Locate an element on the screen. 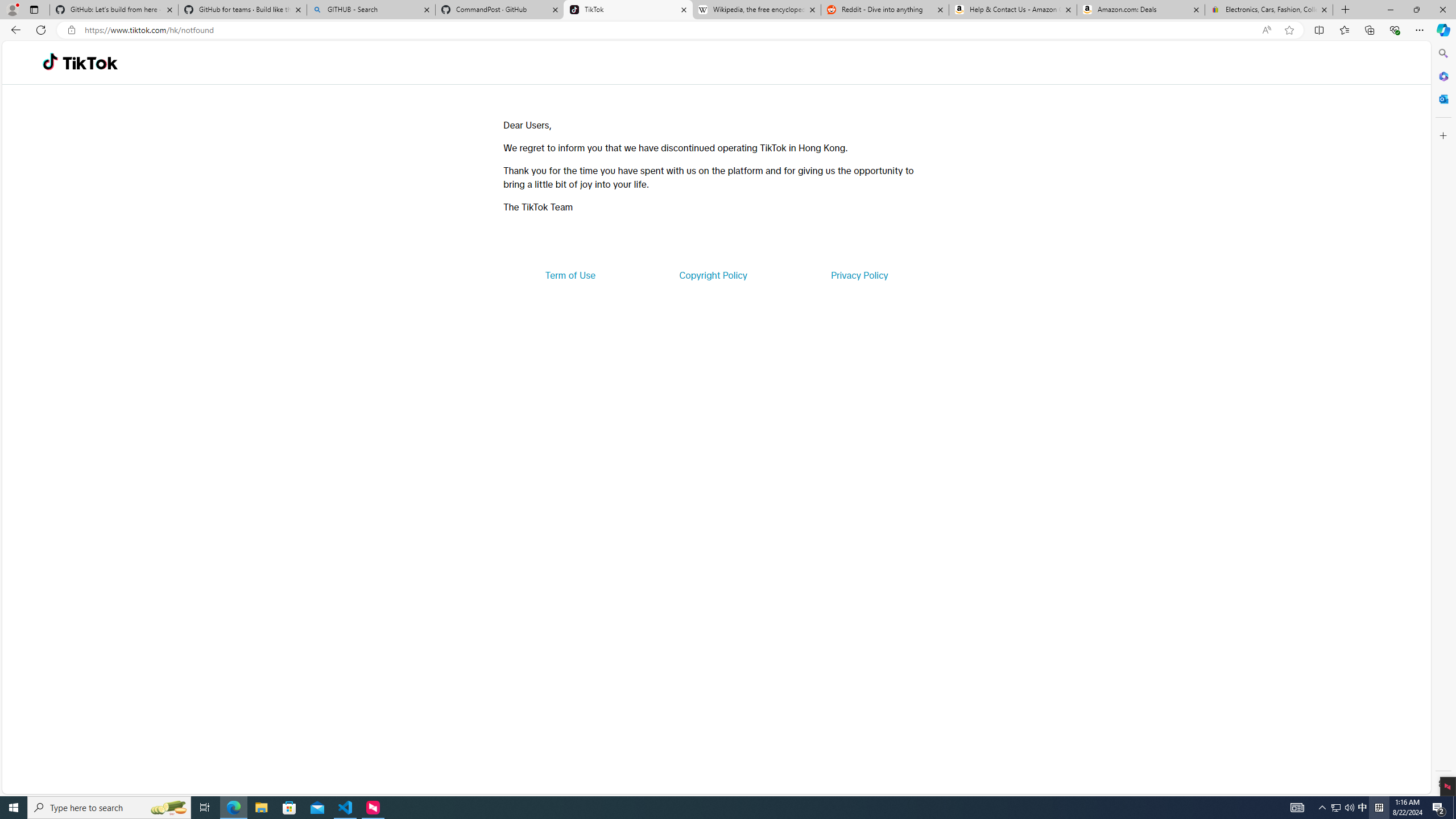 The width and height of the screenshot is (1456, 819). 'Wikipedia, the free encyclopedia' is located at coordinates (755, 9).